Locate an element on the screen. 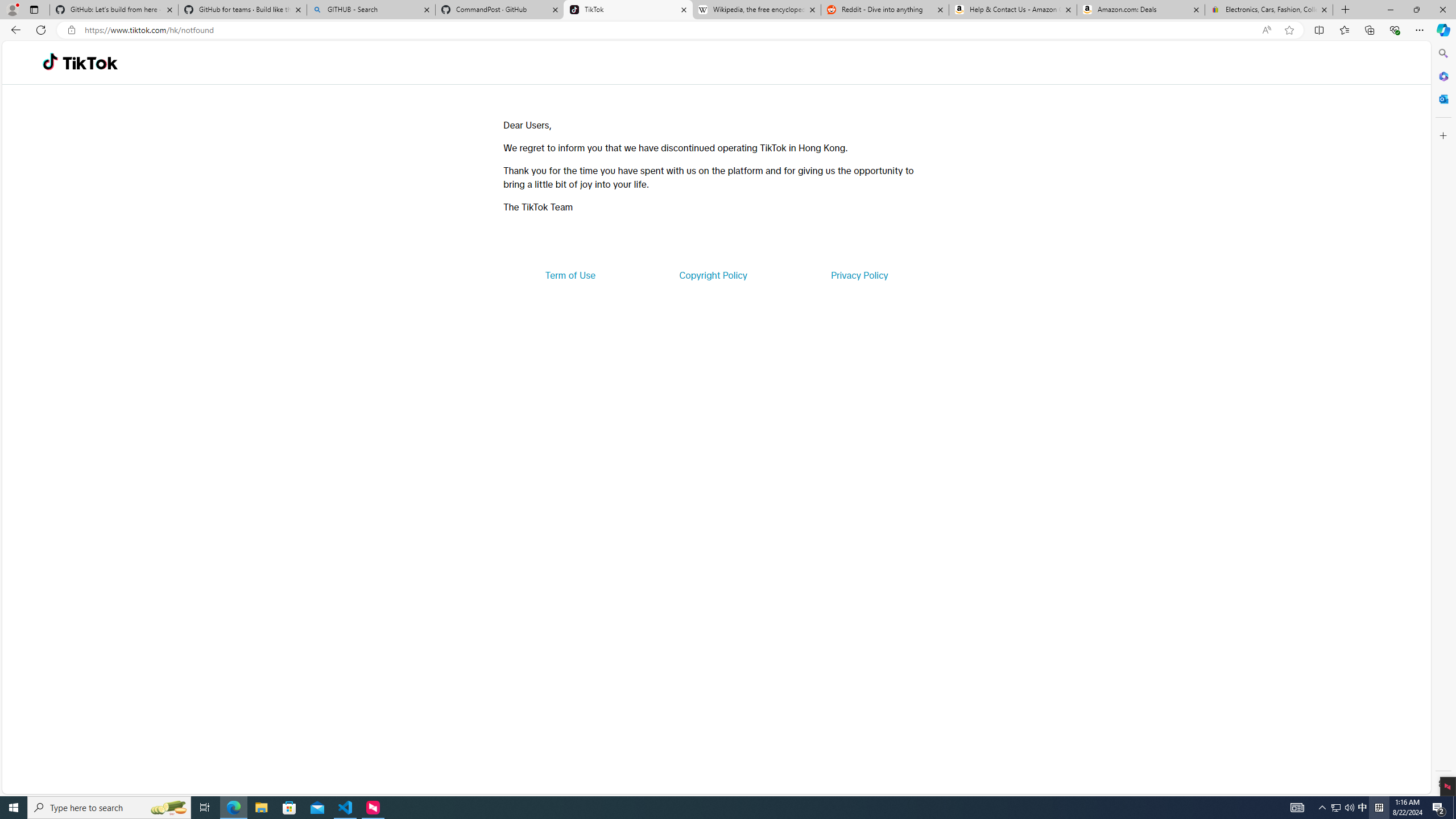 The width and height of the screenshot is (1456, 819). 'Wikipedia, the free encyclopedia' is located at coordinates (755, 9).